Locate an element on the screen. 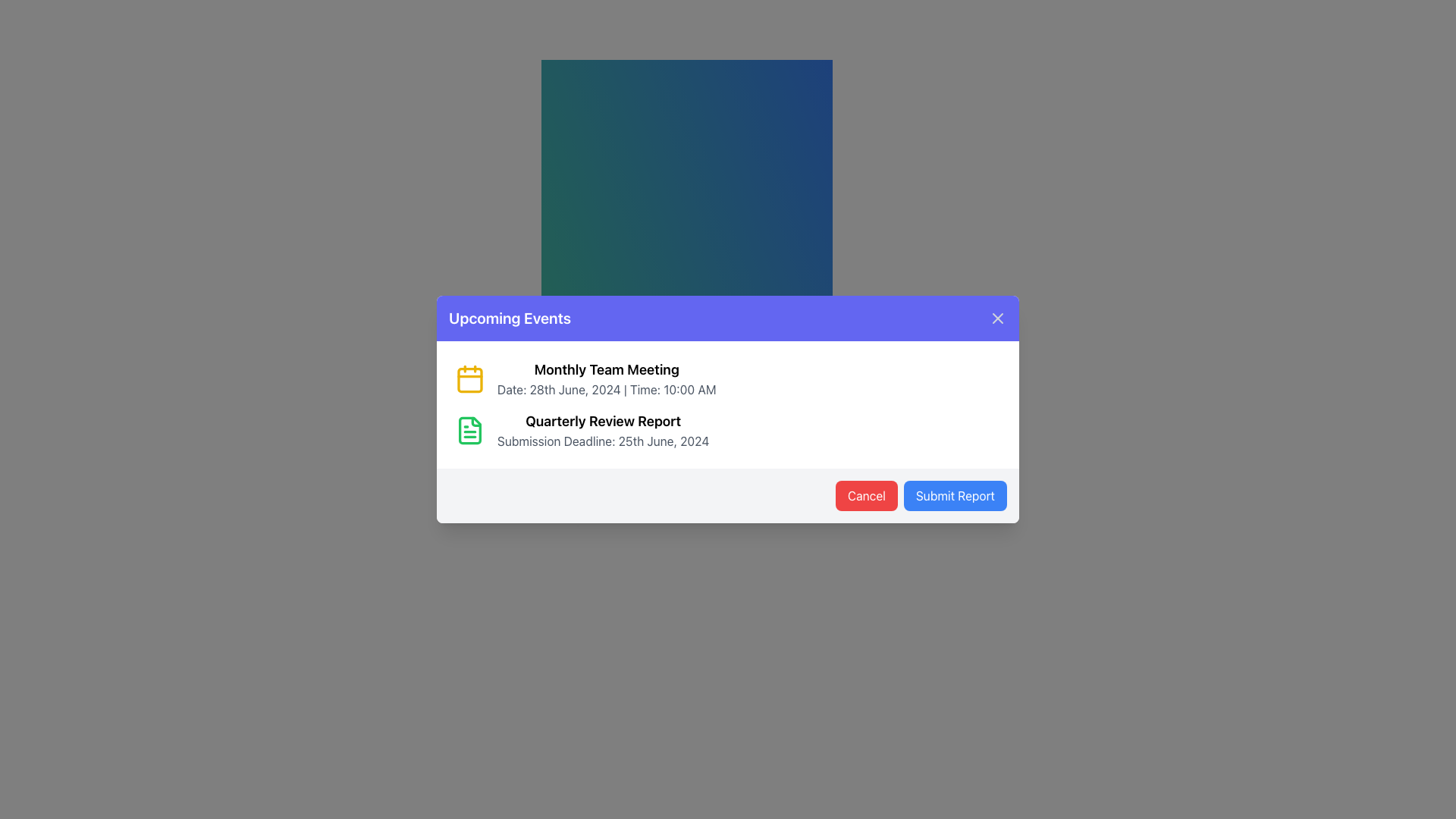 This screenshot has width=1456, height=819. the List entry for 'Quarterly Review Report' which is the second item in the event list, located below 'Monthly Team Meeting' is located at coordinates (728, 430).